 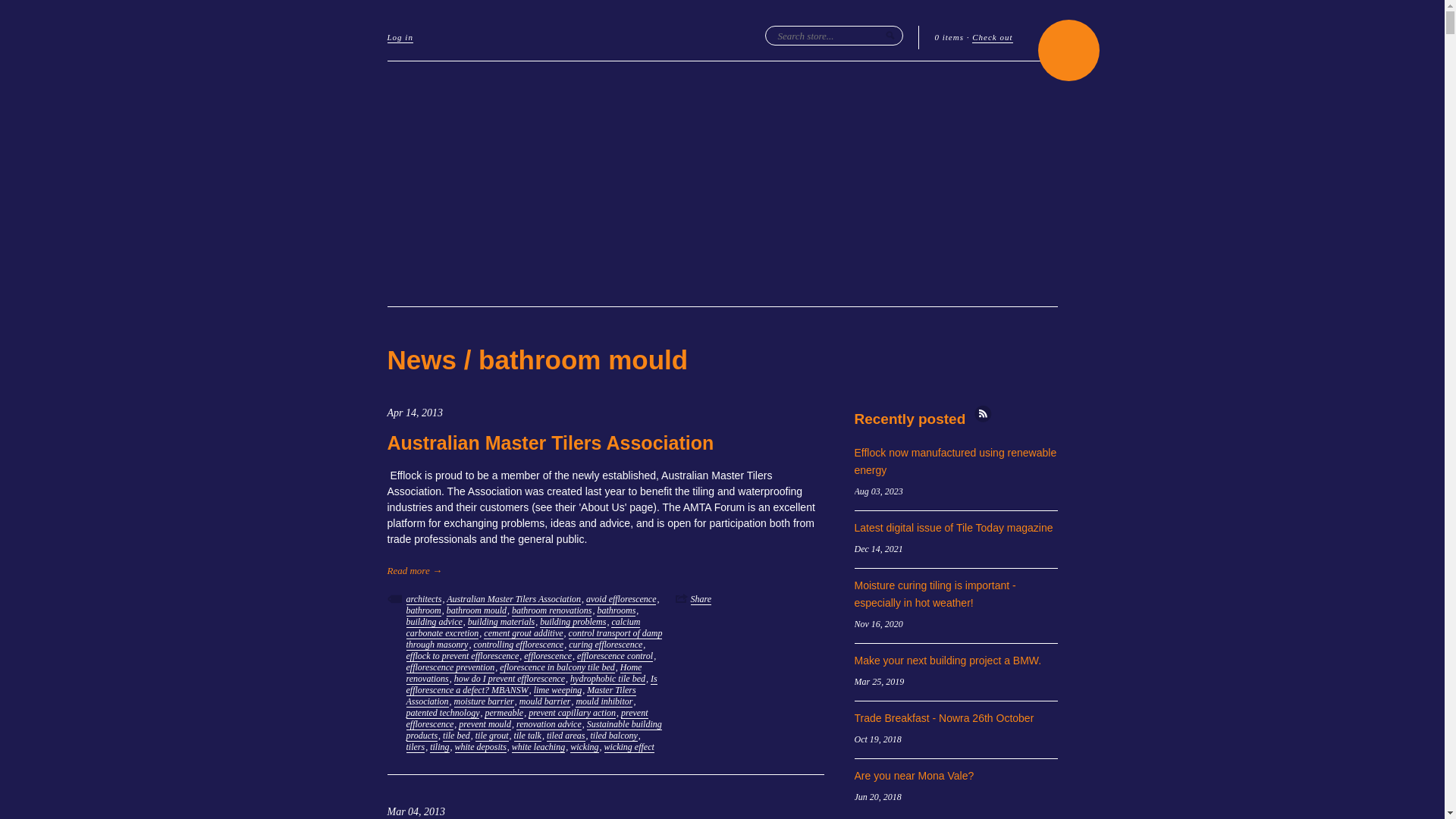 What do you see at coordinates (534, 730) in the screenshot?
I see `'Sustainable building products'` at bounding box center [534, 730].